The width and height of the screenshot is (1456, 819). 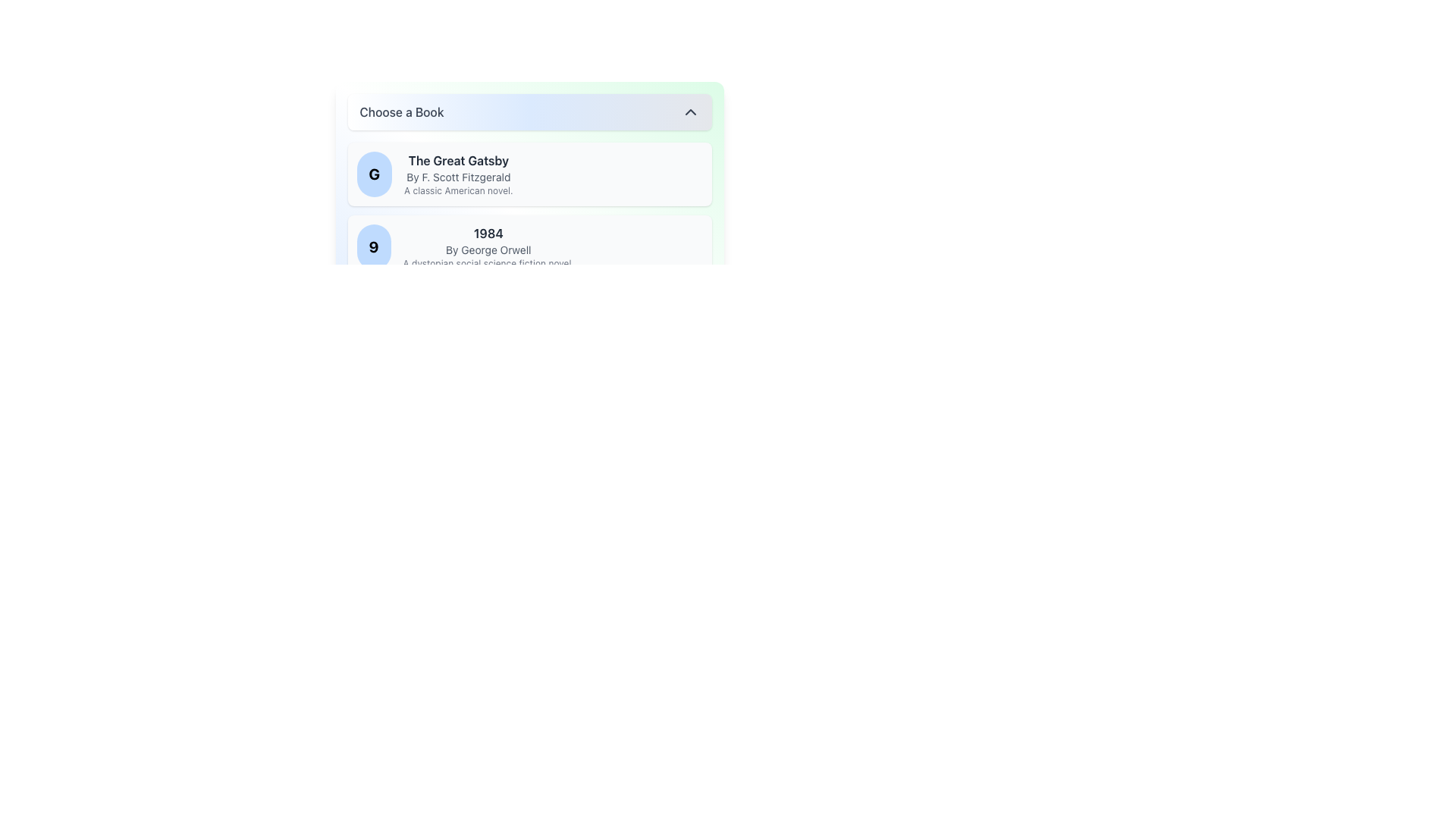 What do you see at coordinates (689, 111) in the screenshot?
I see `the chevron-shaped icon pointing upwards located on the right edge of the 'Choose a Book' section header` at bounding box center [689, 111].